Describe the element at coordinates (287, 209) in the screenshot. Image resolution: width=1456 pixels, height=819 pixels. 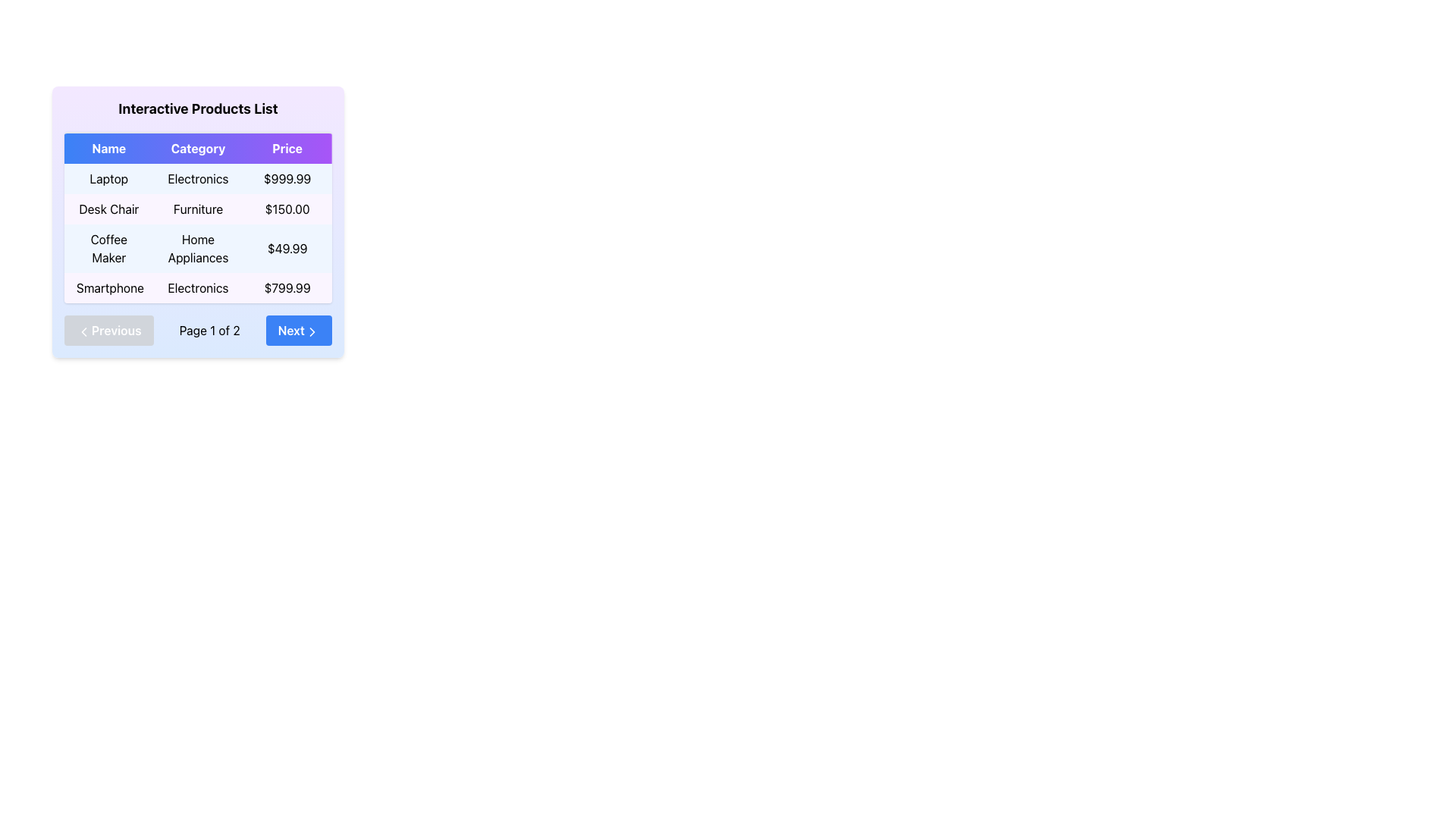
I see `text displaying the price '$150.00' located in the third column of the second row of the table titled 'Interactive Products List'` at that location.